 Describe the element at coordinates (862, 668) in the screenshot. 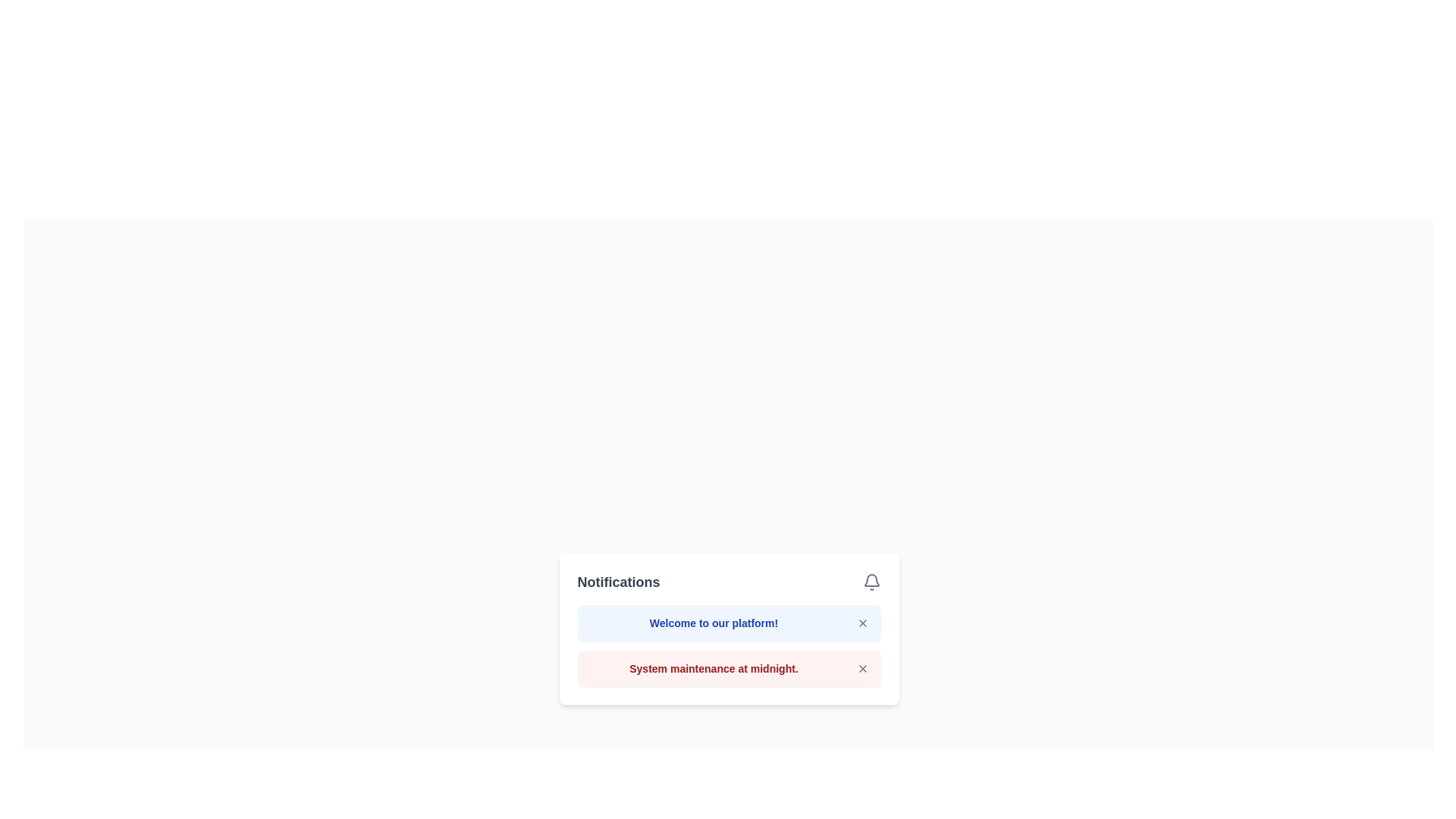

I see `the close button located on the upper-right side of the second notification row` at that location.